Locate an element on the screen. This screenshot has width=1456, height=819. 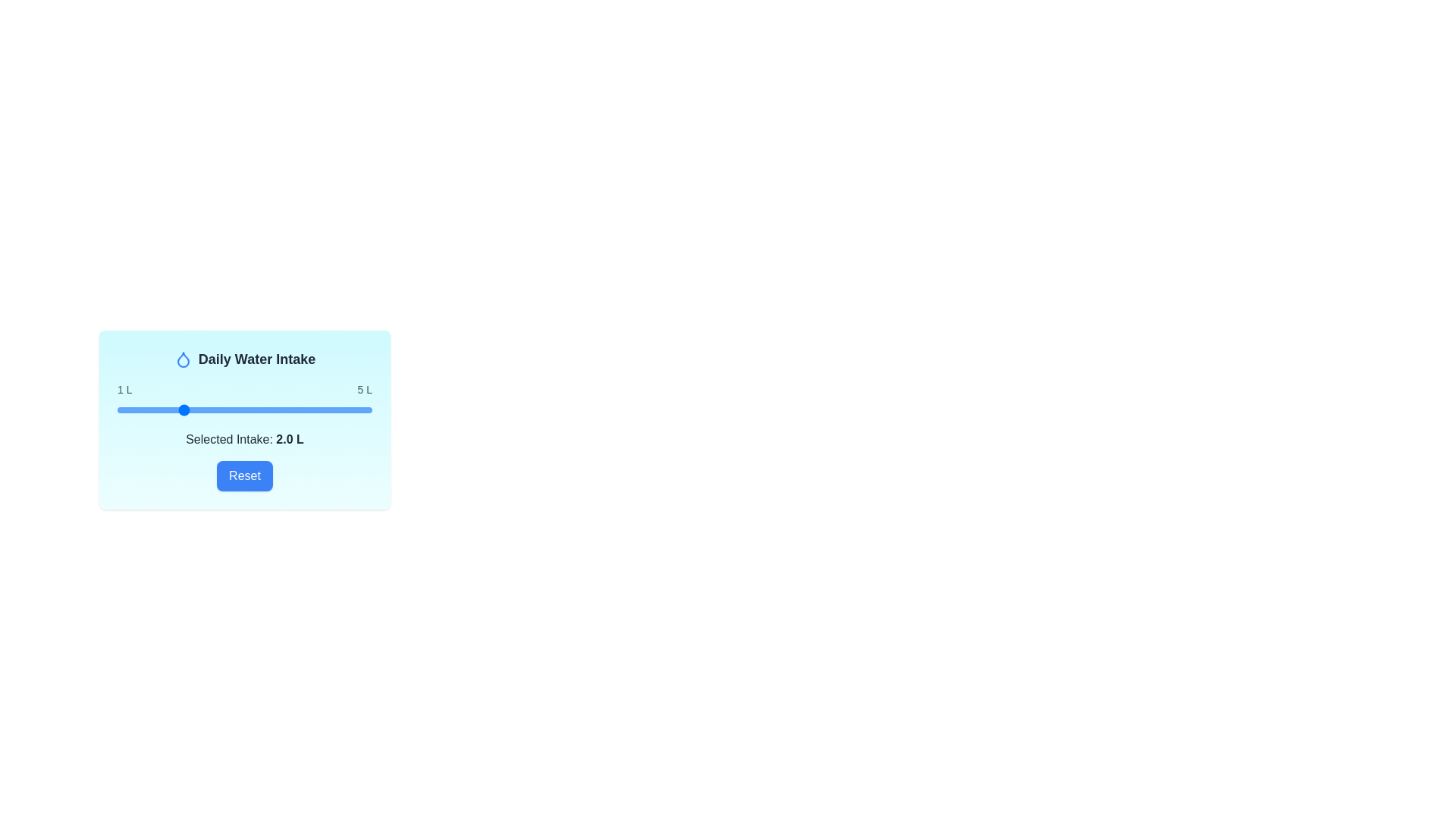
the water intake slider to 2 liters is located at coordinates (181, 409).